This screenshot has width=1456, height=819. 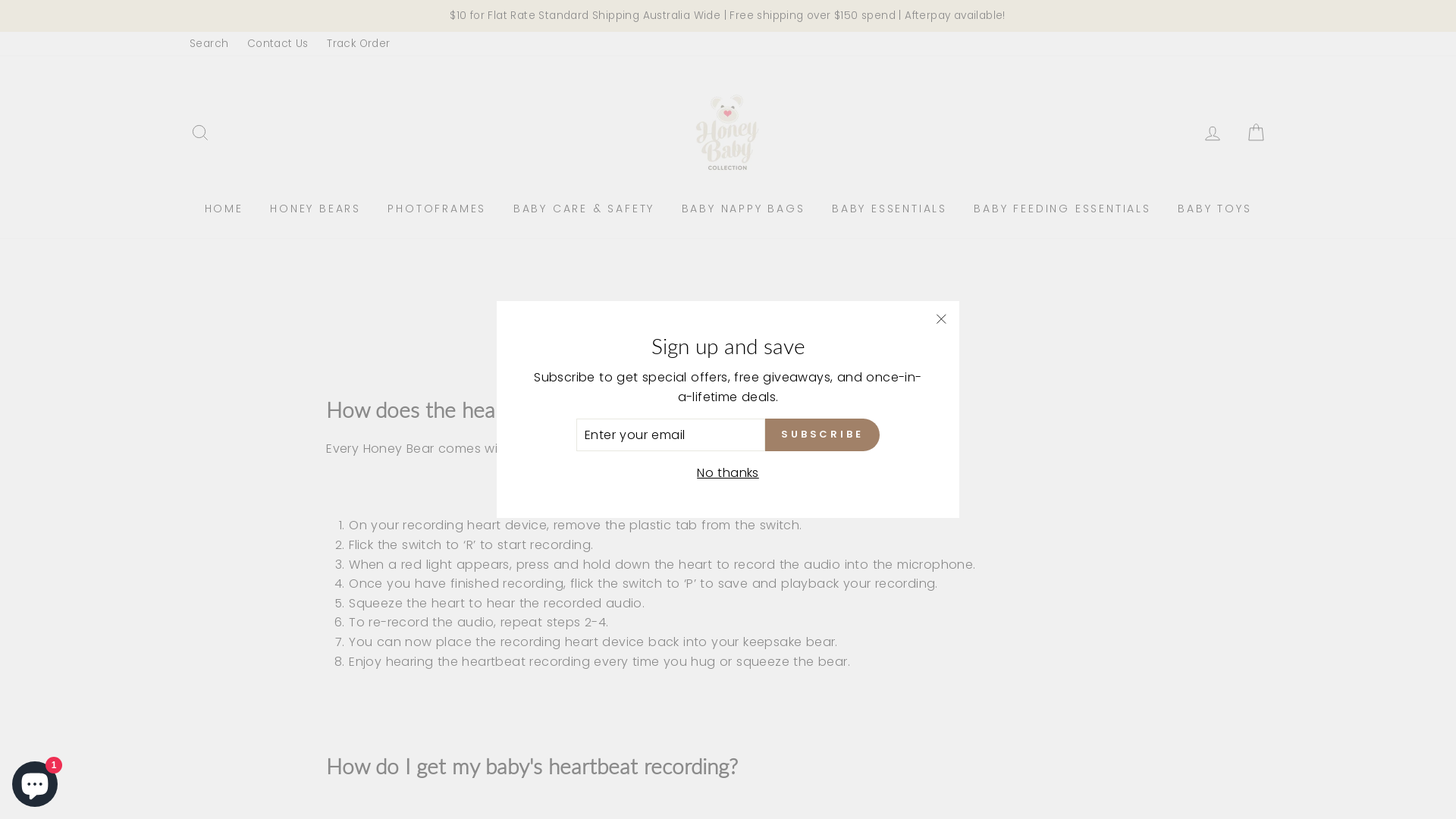 I want to click on 'Contact Us', so click(x=278, y=42).